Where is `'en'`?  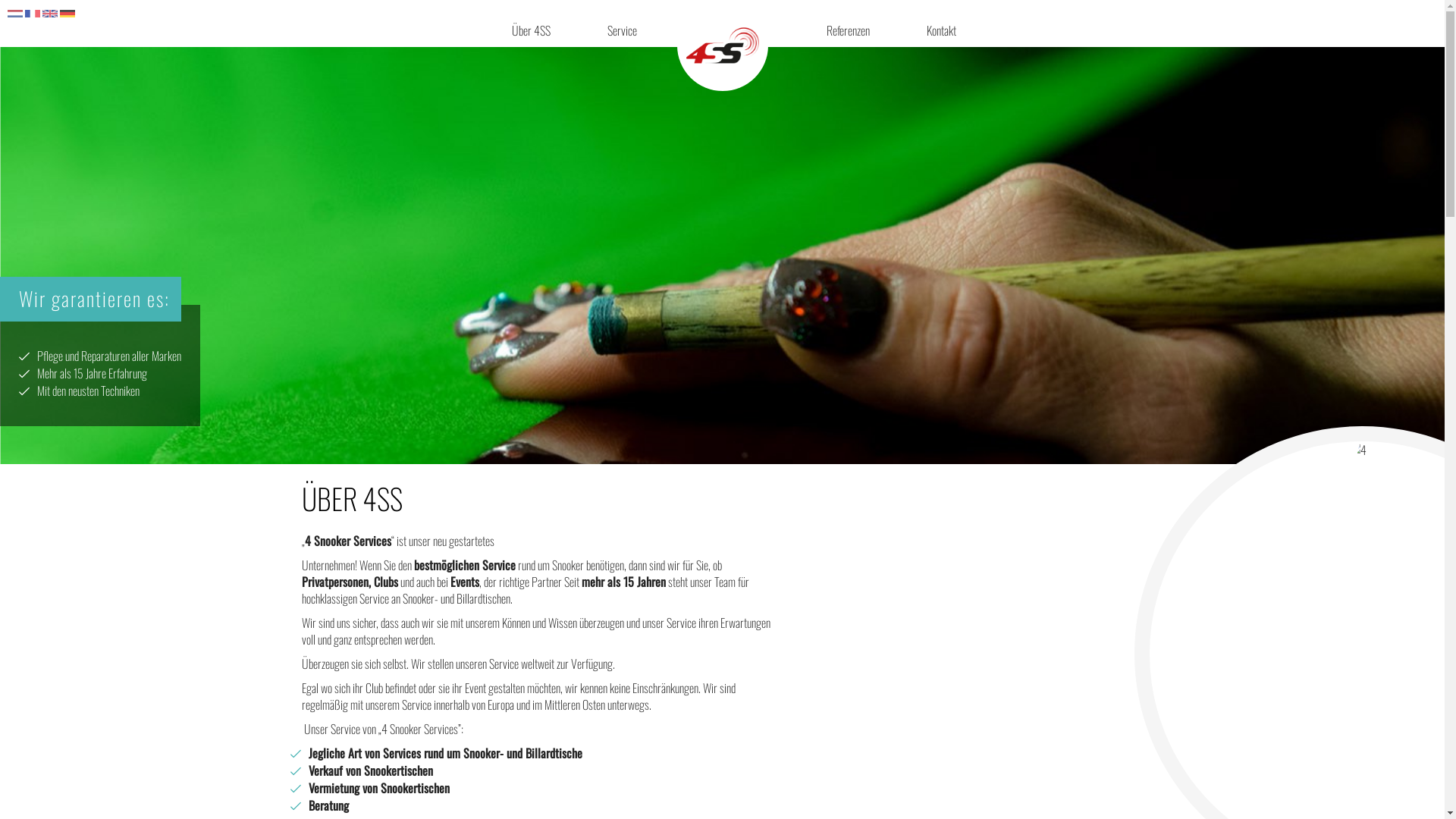 'en' is located at coordinates (50, 15).